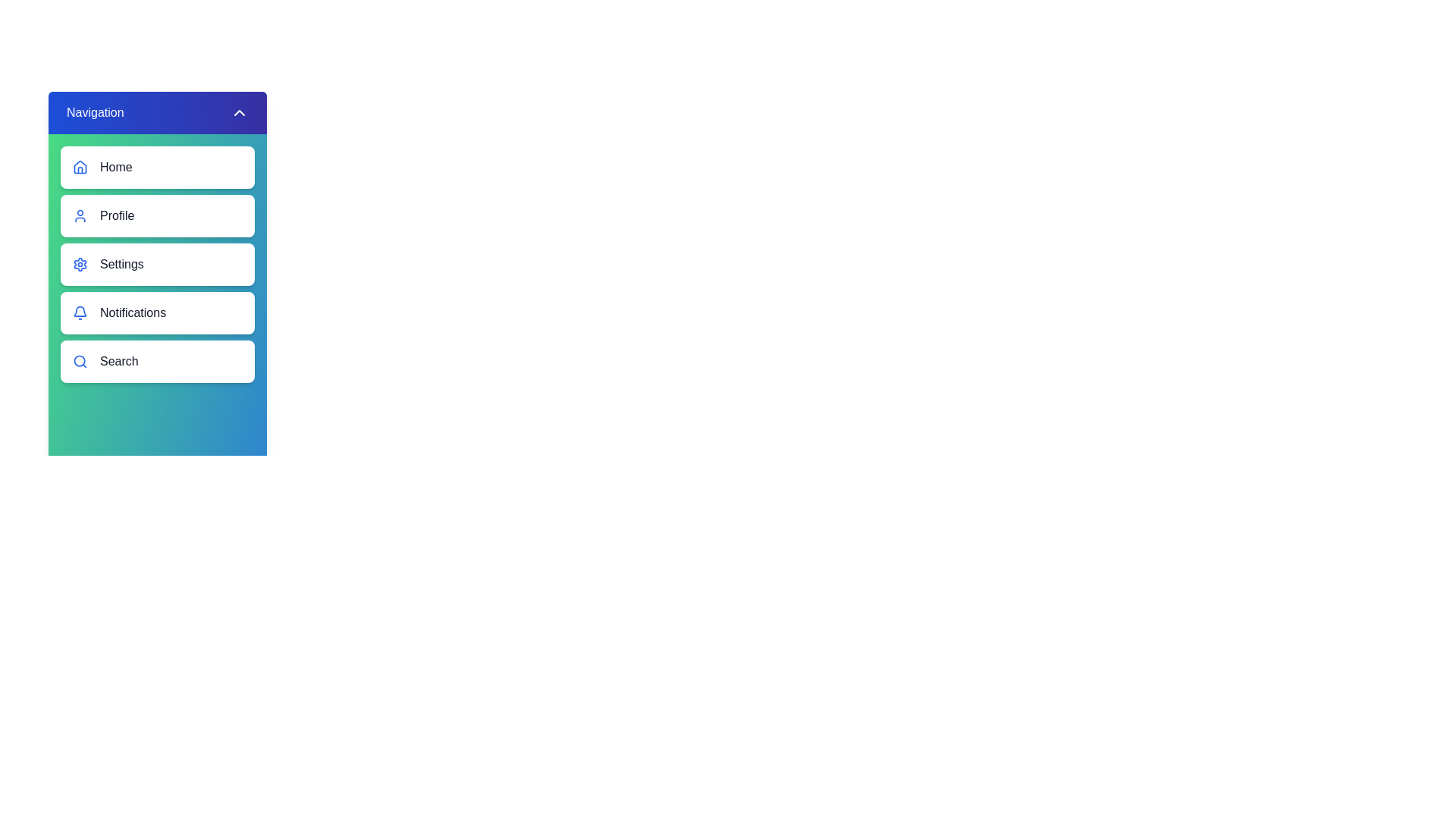  Describe the element at coordinates (79, 216) in the screenshot. I see `the user profile icon with a blue outline located to the left of the 'Profile' button` at that location.